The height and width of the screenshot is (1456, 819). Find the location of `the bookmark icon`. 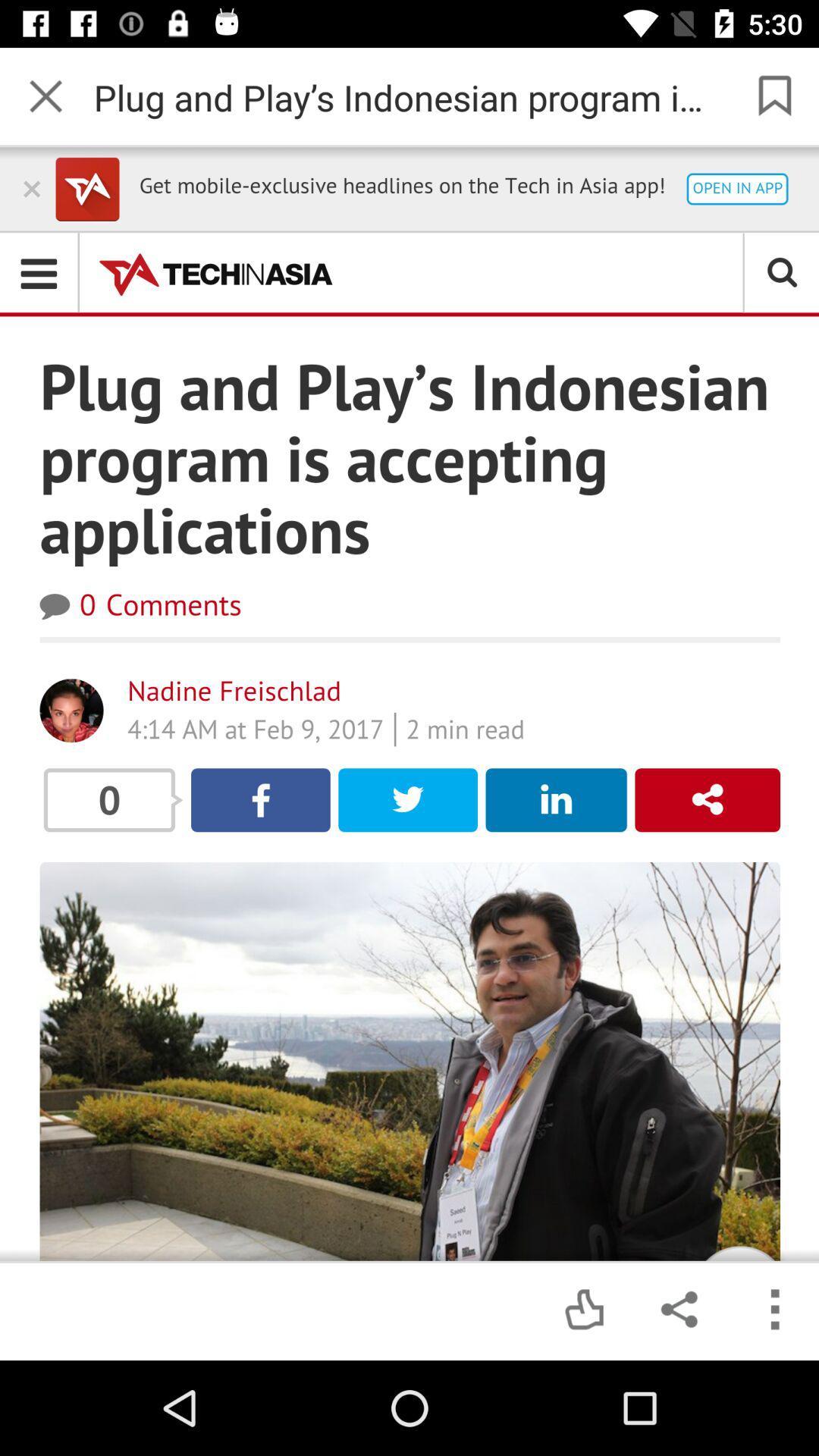

the bookmark icon is located at coordinates (772, 96).